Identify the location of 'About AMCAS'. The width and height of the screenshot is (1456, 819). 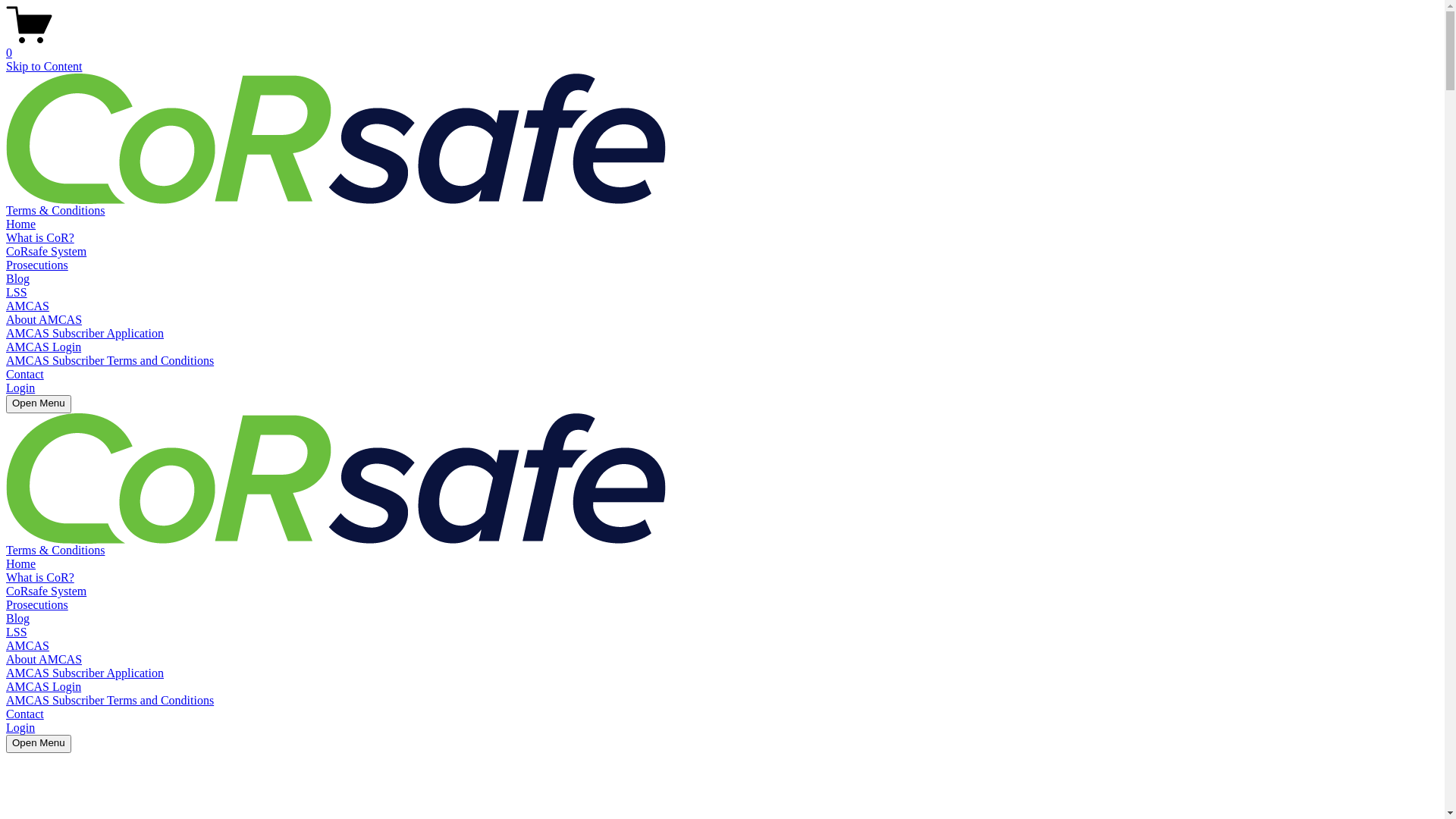
(43, 658).